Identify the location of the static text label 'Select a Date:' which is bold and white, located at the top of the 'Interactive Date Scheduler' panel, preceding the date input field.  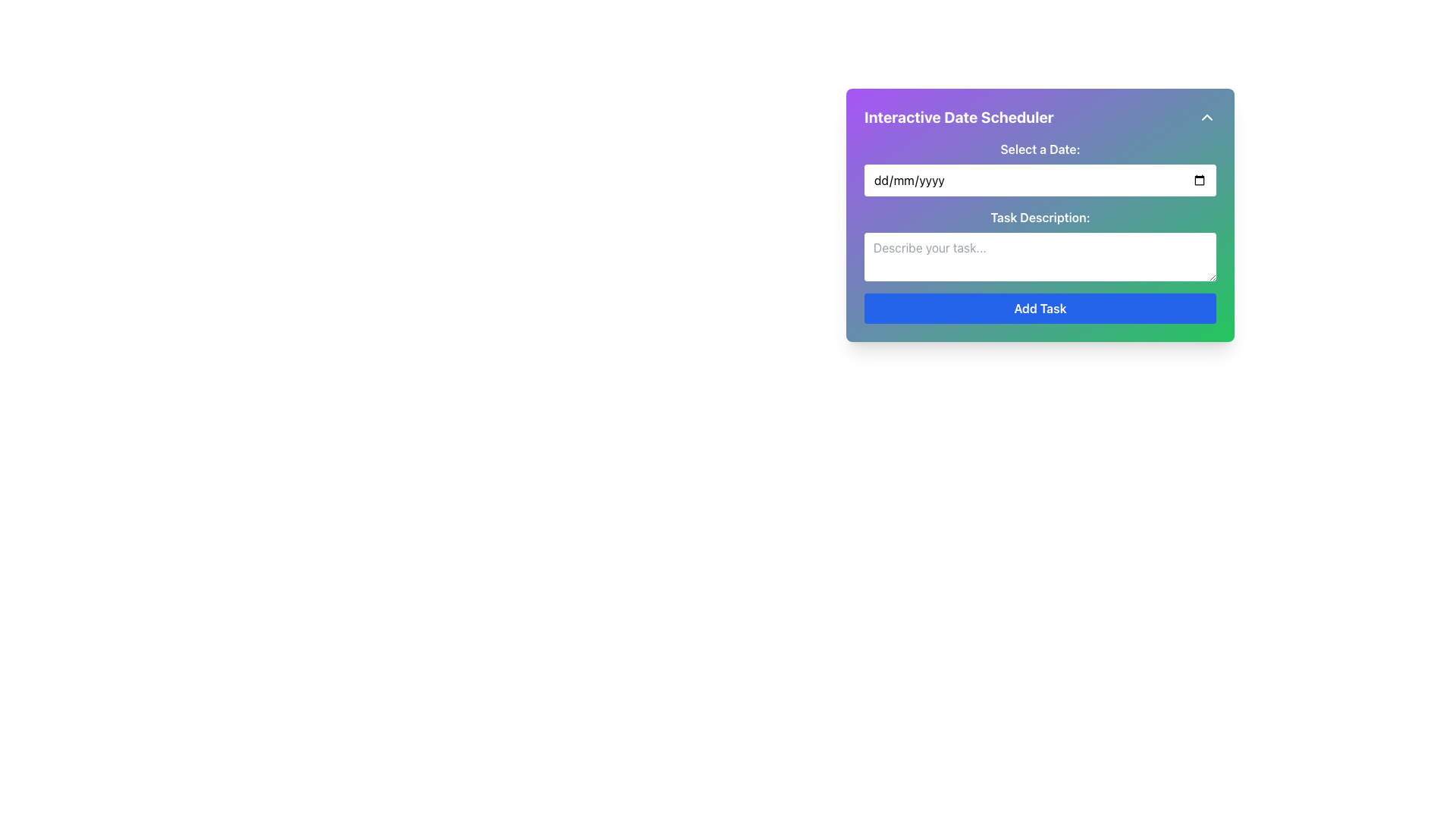
(1040, 149).